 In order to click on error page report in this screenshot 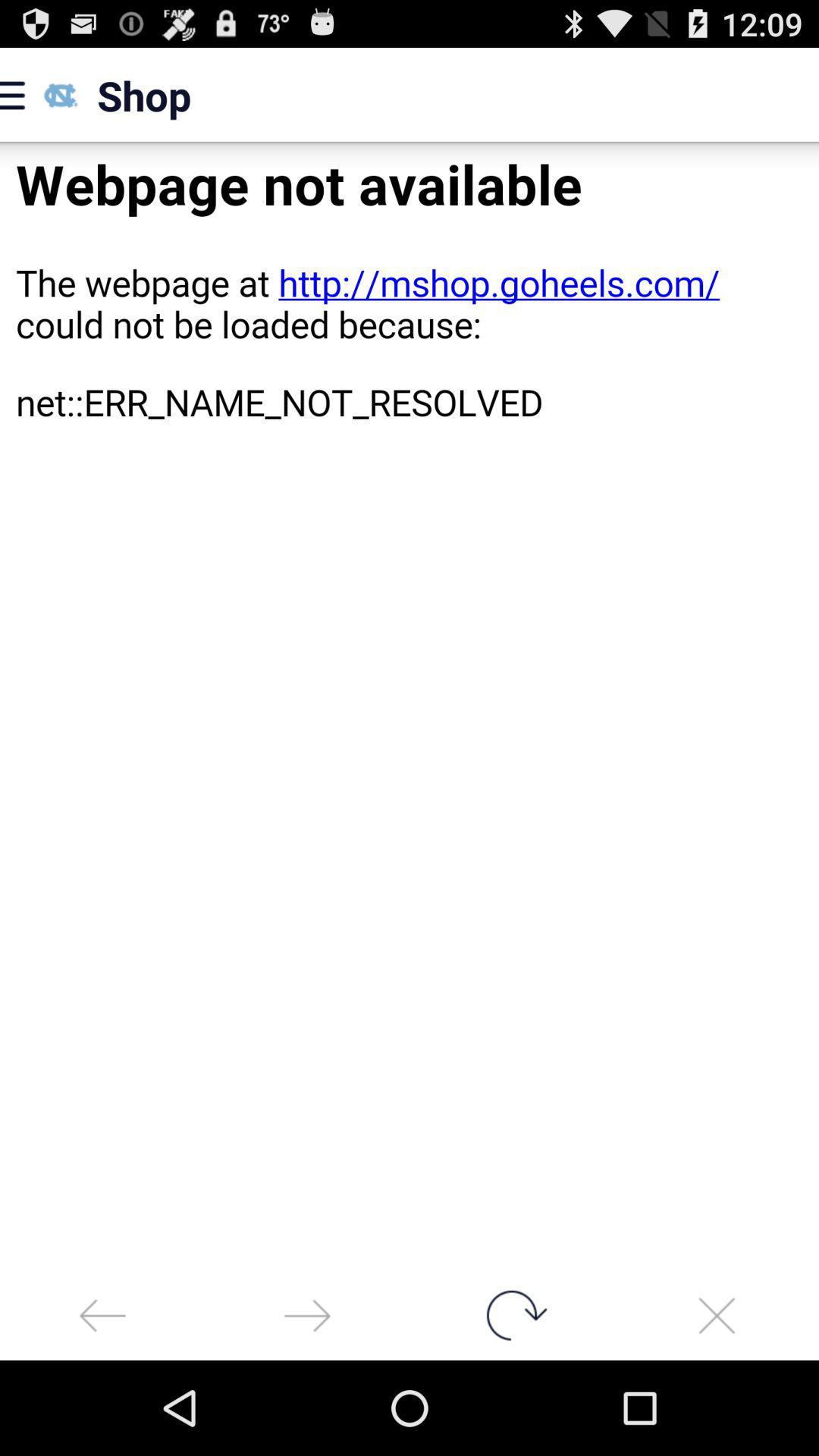, I will do `click(409, 706)`.